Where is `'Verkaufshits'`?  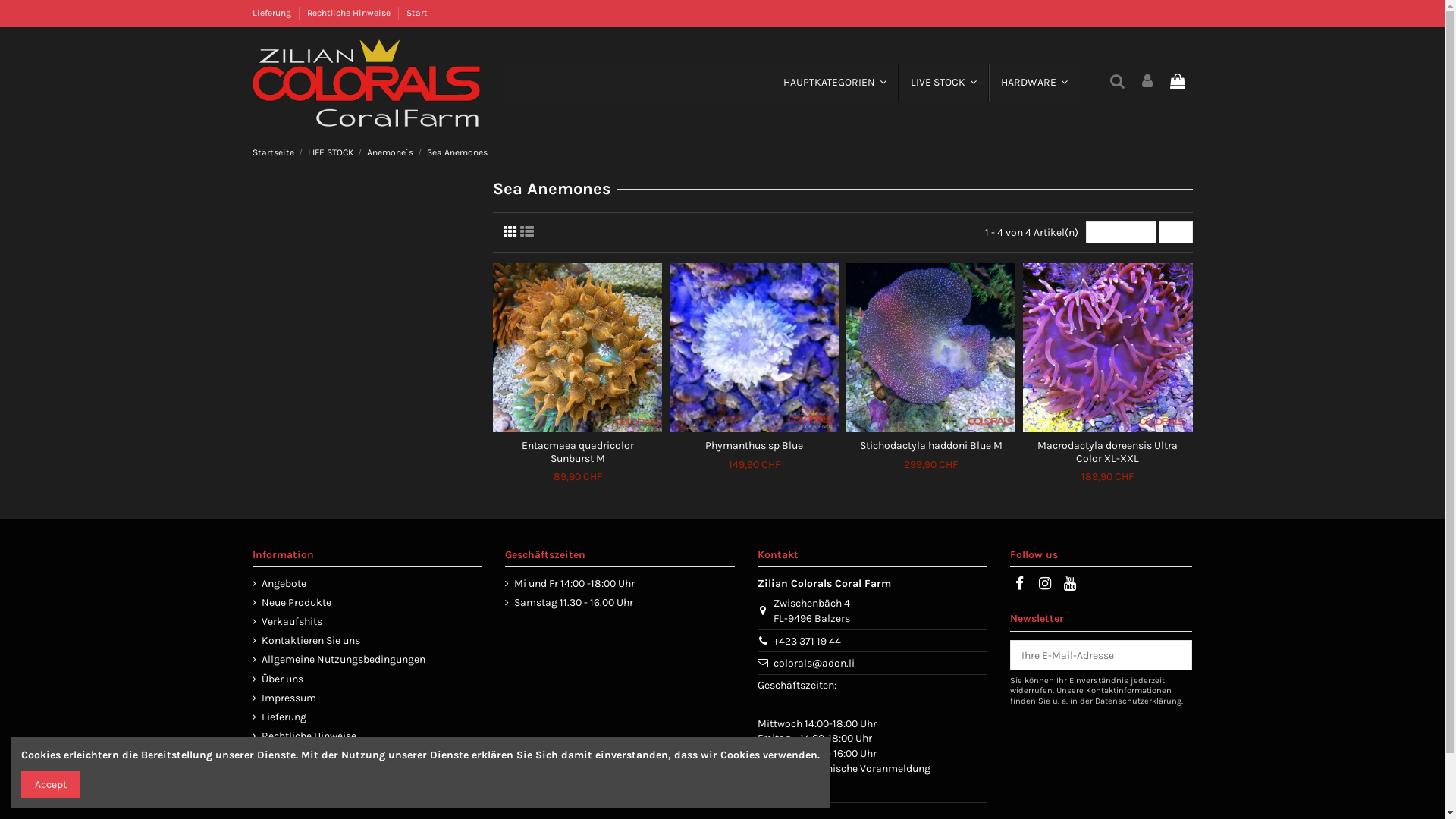
'Verkaufshits' is located at coordinates (287, 622).